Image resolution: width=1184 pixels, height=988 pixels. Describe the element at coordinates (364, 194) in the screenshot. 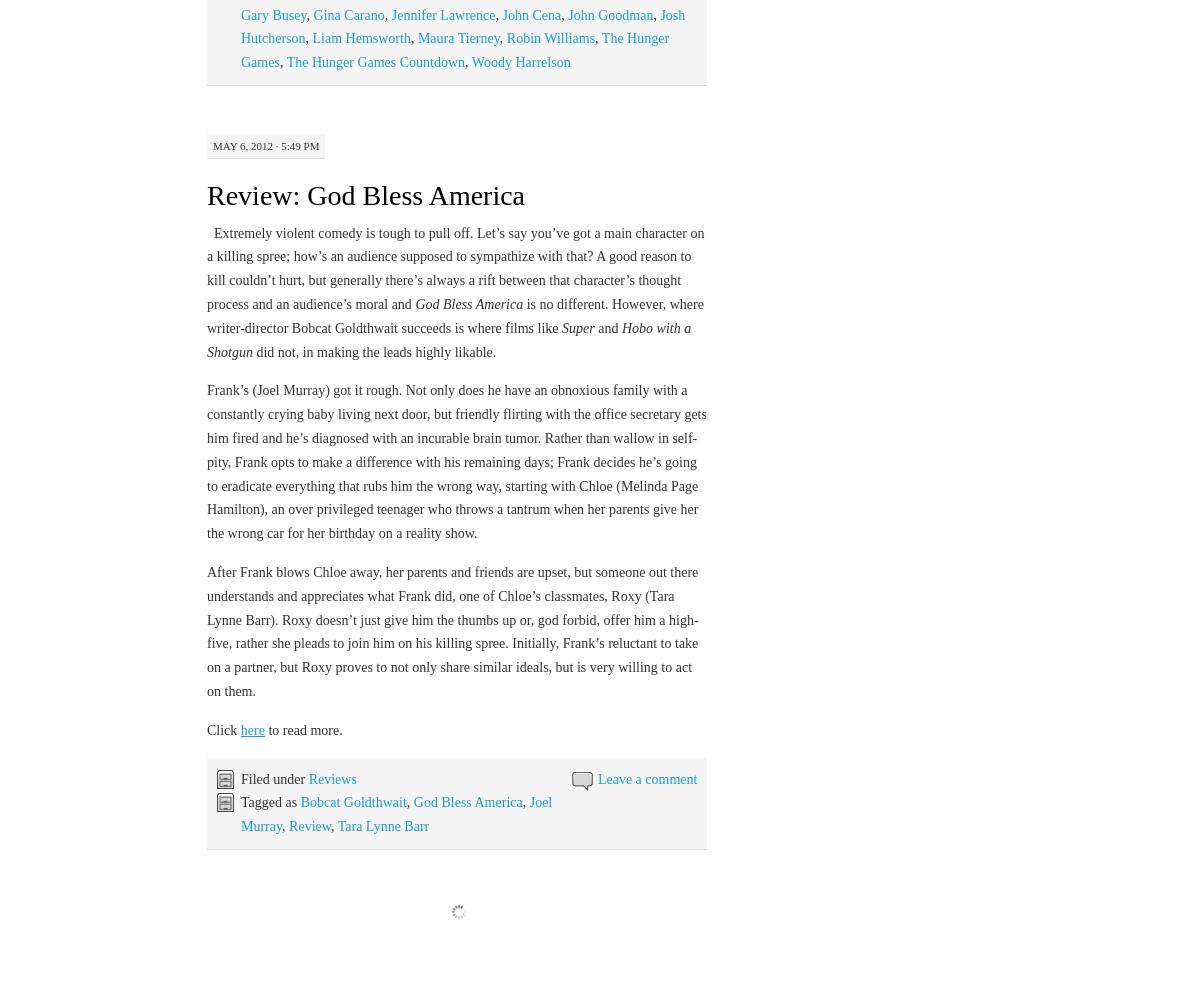

I see `'Review: God Bless America'` at that location.